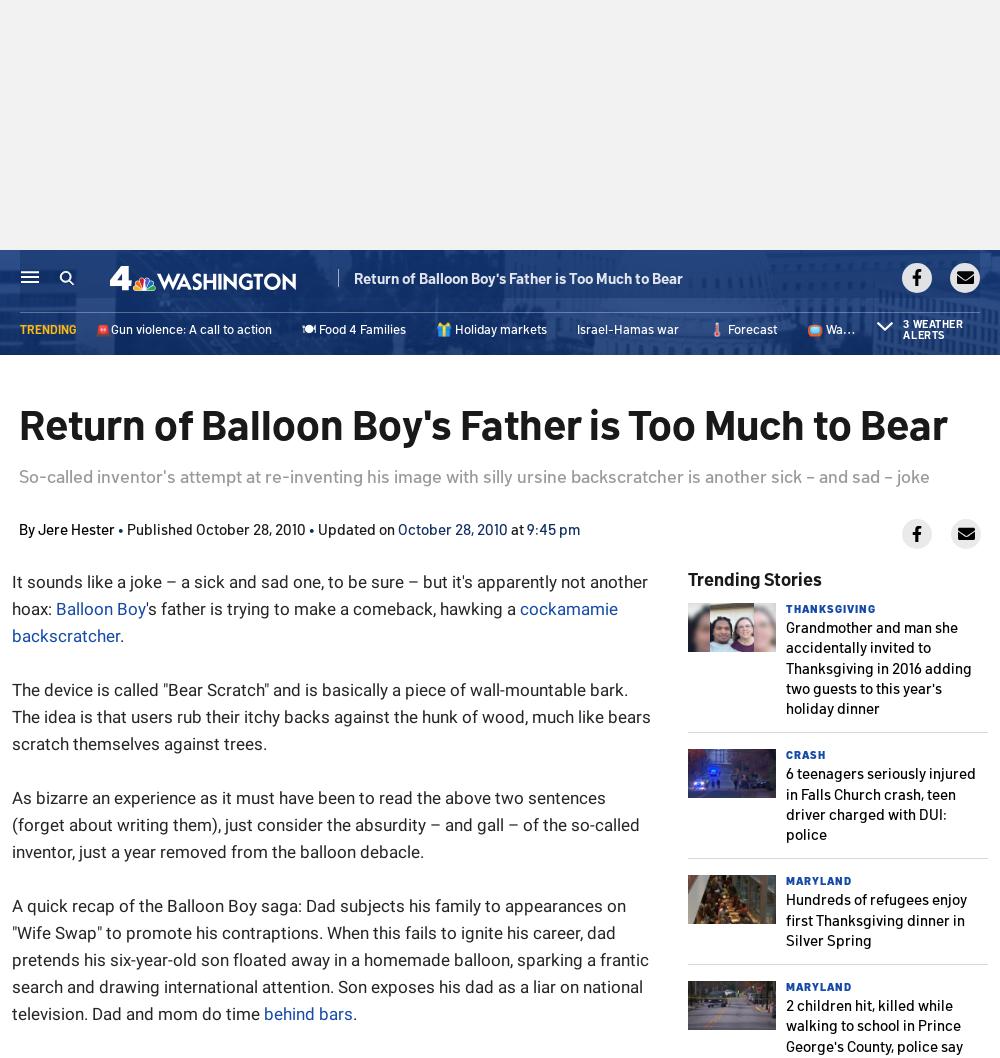 Image resolution: width=1000 pixels, height=1058 pixels. What do you see at coordinates (183, 333) in the screenshot?
I see `'🚨Gun violence: A call to action'` at bounding box center [183, 333].